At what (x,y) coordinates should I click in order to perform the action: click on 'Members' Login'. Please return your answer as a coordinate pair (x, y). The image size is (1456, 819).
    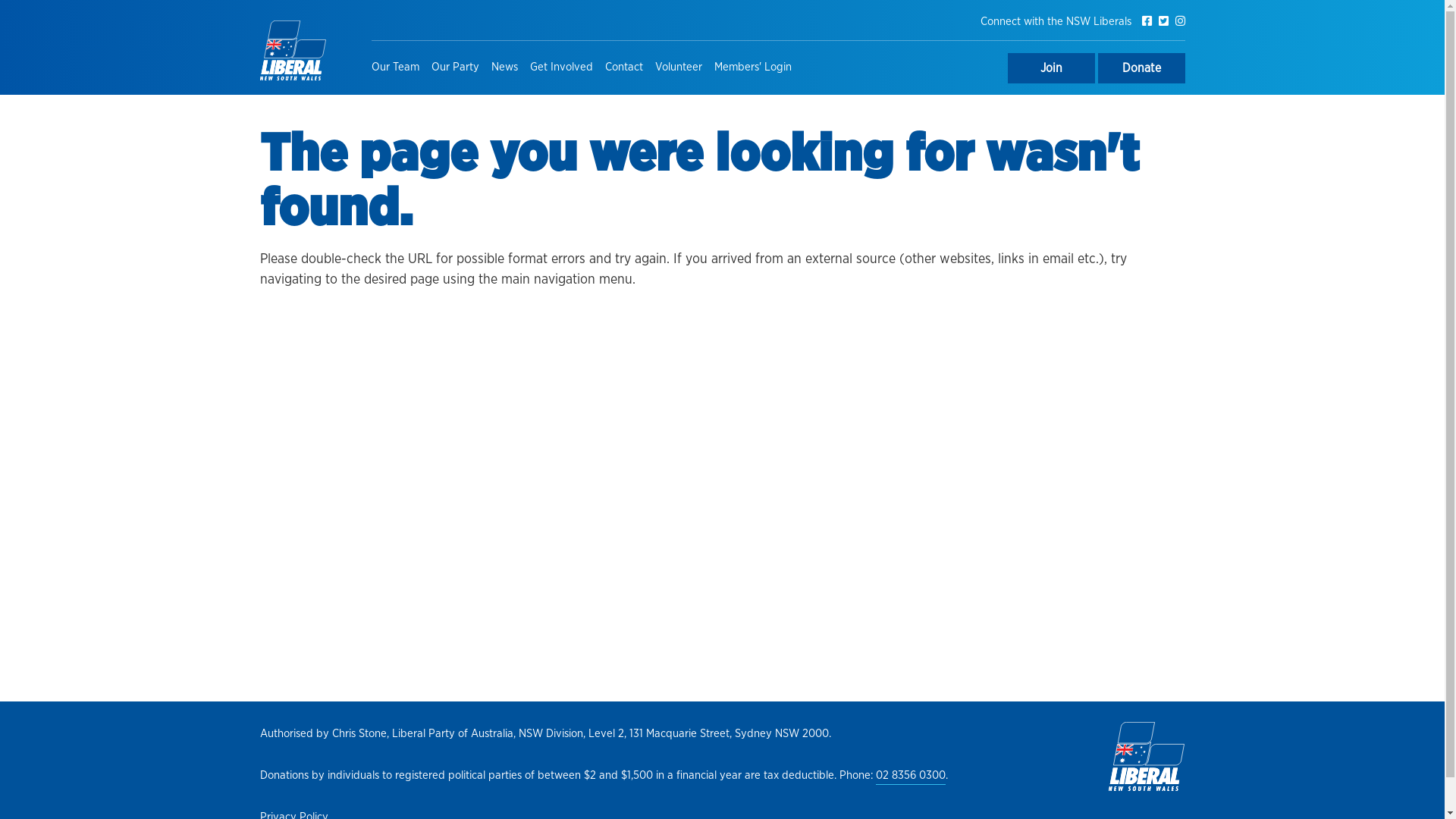
    Looking at the image, I should click on (753, 67).